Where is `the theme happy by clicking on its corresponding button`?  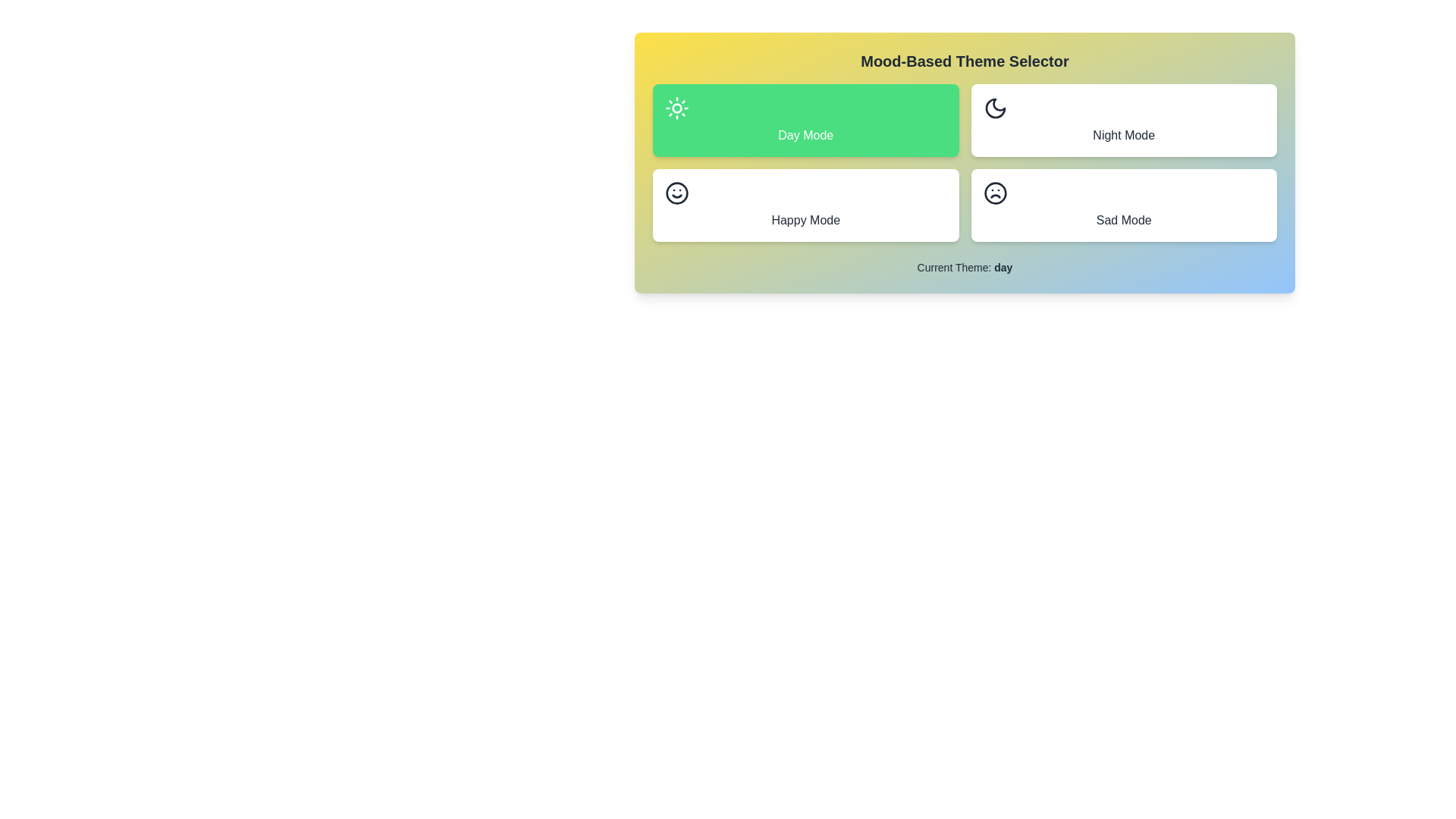
the theme happy by clicking on its corresponding button is located at coordinates (805, 205).